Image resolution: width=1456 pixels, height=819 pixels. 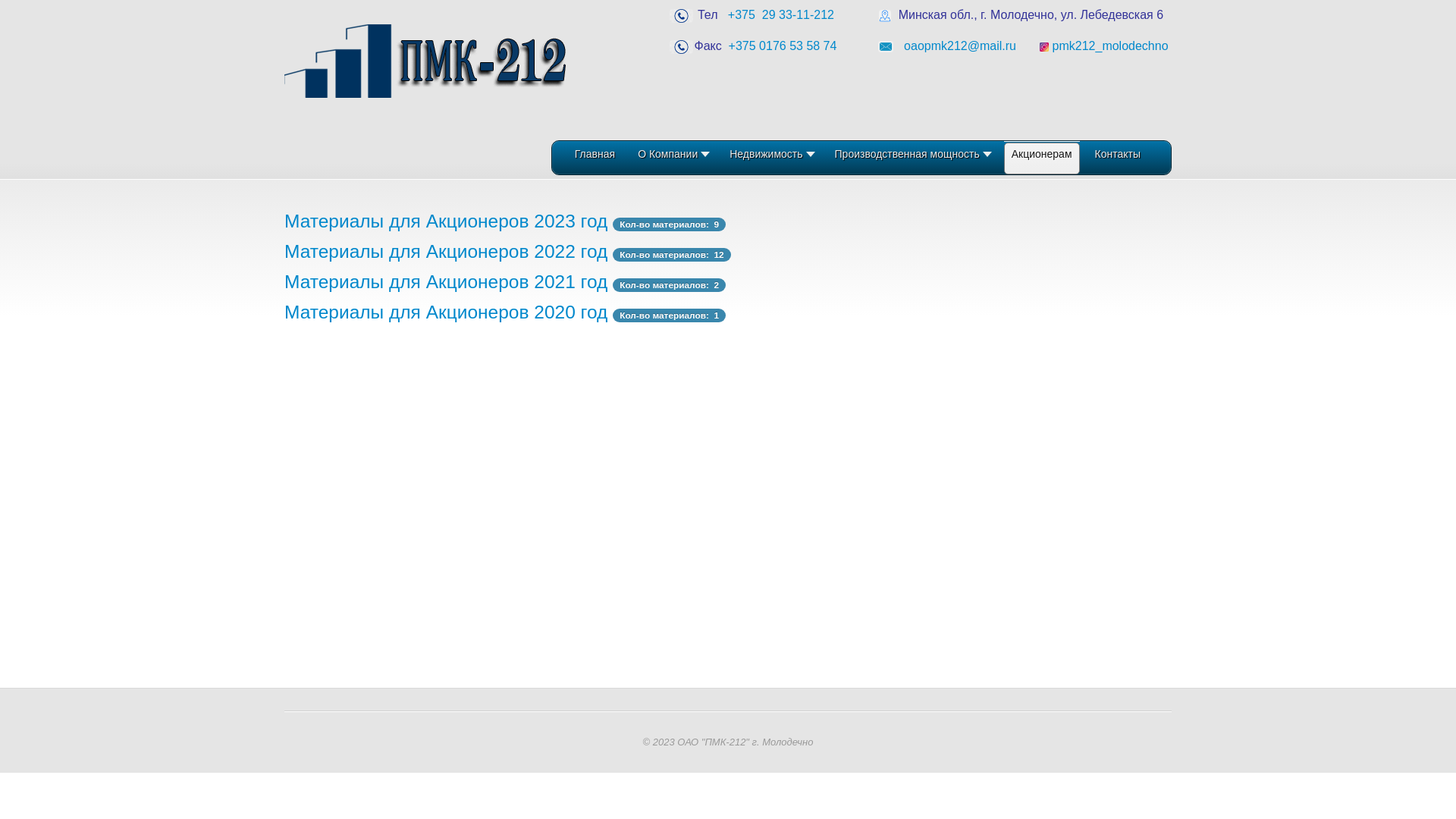 I want to click on 'oaopmk212@mail.ru ', so click(x=903, y=45).